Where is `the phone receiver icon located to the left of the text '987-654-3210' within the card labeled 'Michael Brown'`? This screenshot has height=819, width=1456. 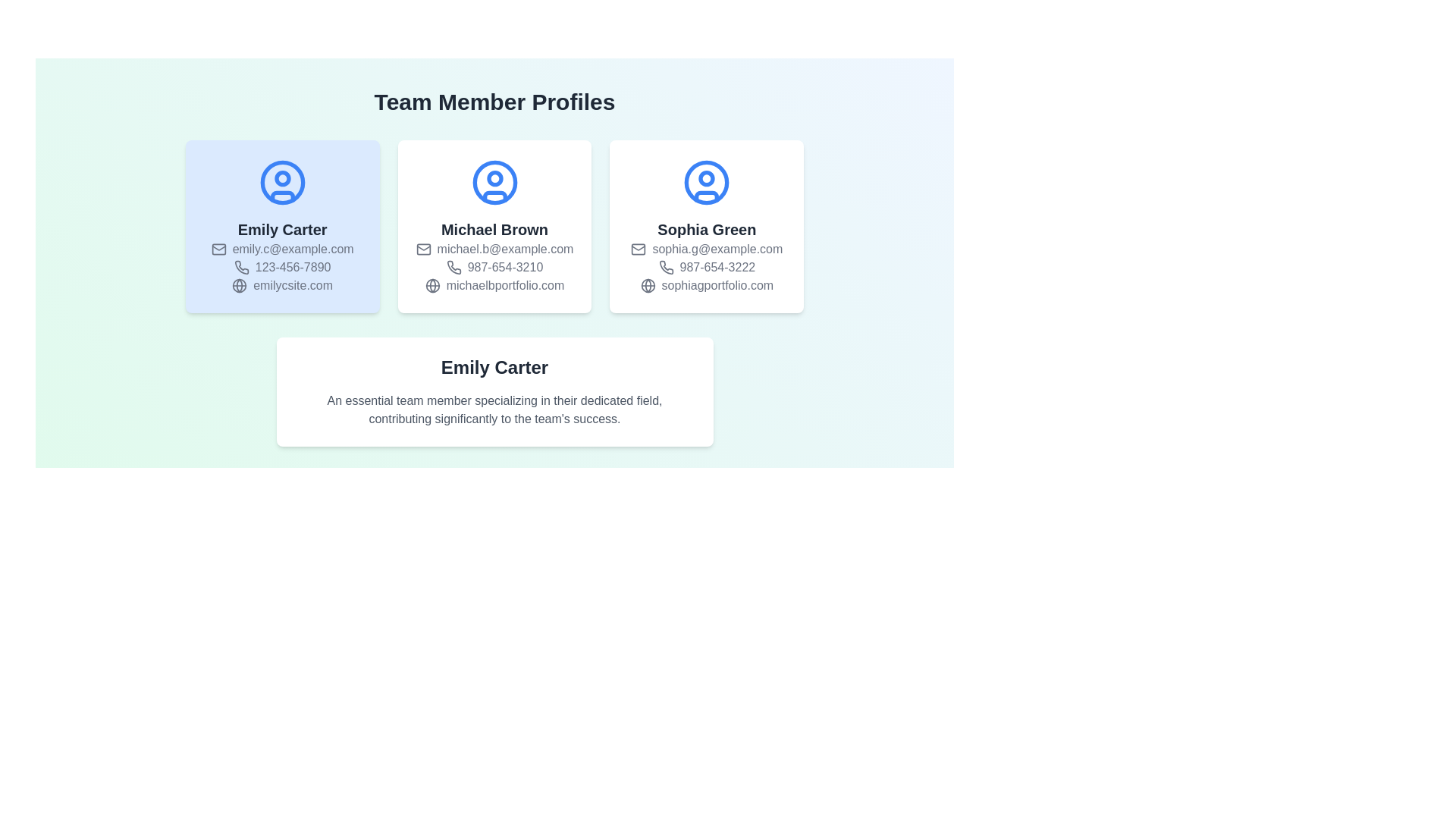
the phone receiver icon located to the left of the text '987-654-3210' within the card labeled 'Michael Brown' is located at coordinates (453, 267).